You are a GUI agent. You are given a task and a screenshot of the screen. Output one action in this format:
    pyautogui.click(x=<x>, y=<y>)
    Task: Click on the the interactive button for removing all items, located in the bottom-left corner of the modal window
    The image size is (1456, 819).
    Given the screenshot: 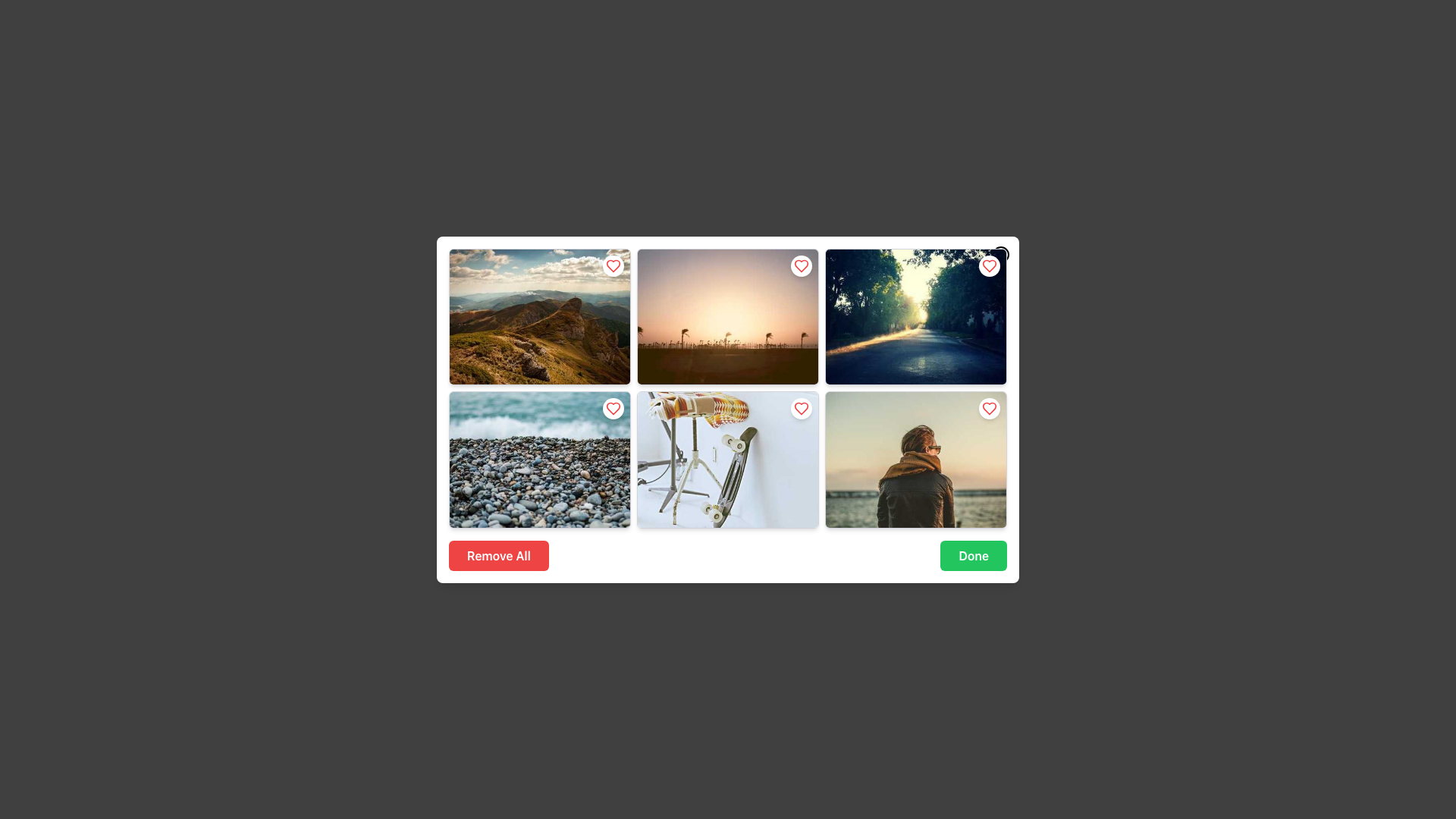 What is the action you would take?
    pyautogui.click(x=498, y=555)
    